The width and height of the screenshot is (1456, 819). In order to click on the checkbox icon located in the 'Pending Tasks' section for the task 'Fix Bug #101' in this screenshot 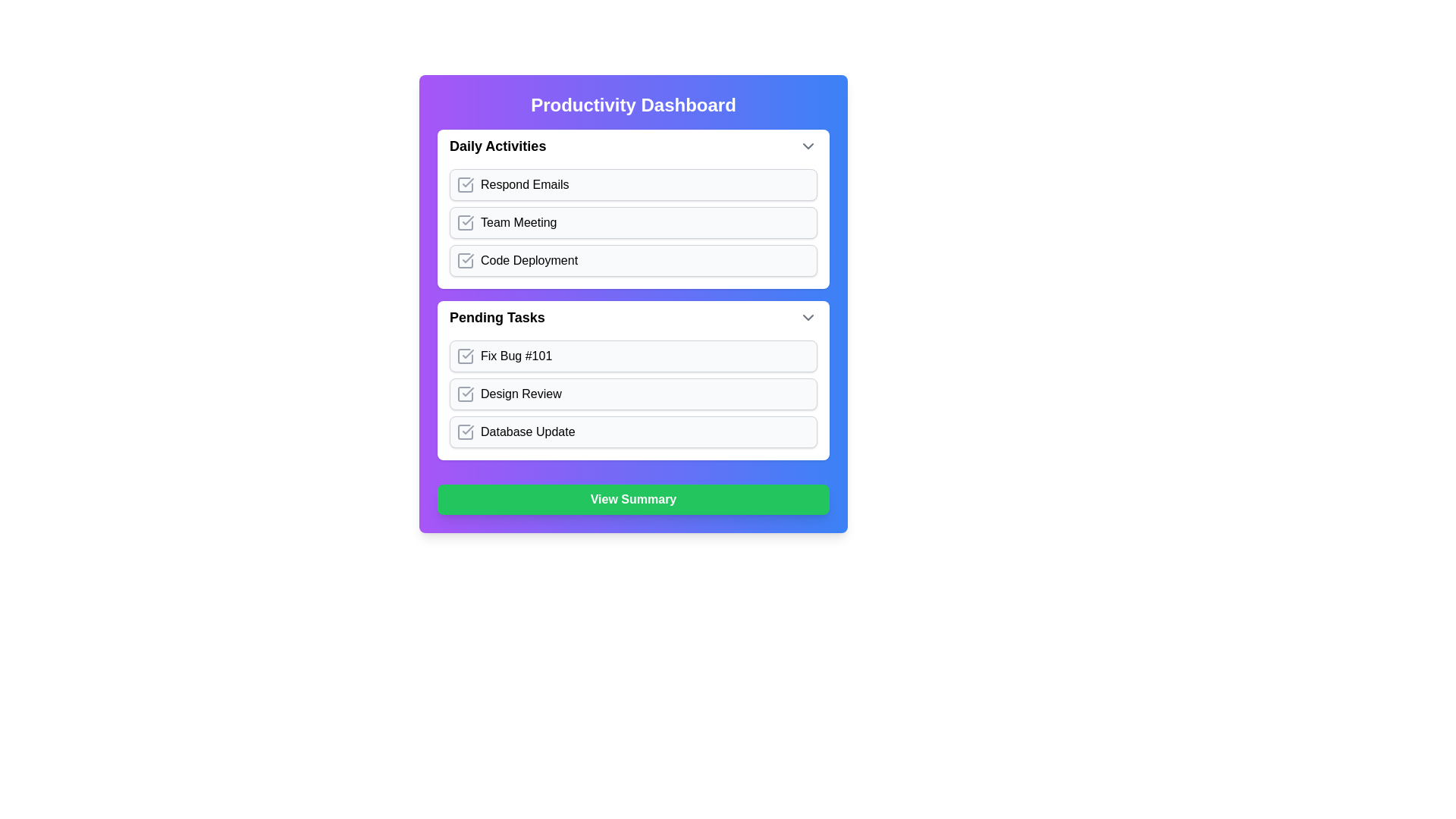, I will do `click(465, 356)`.